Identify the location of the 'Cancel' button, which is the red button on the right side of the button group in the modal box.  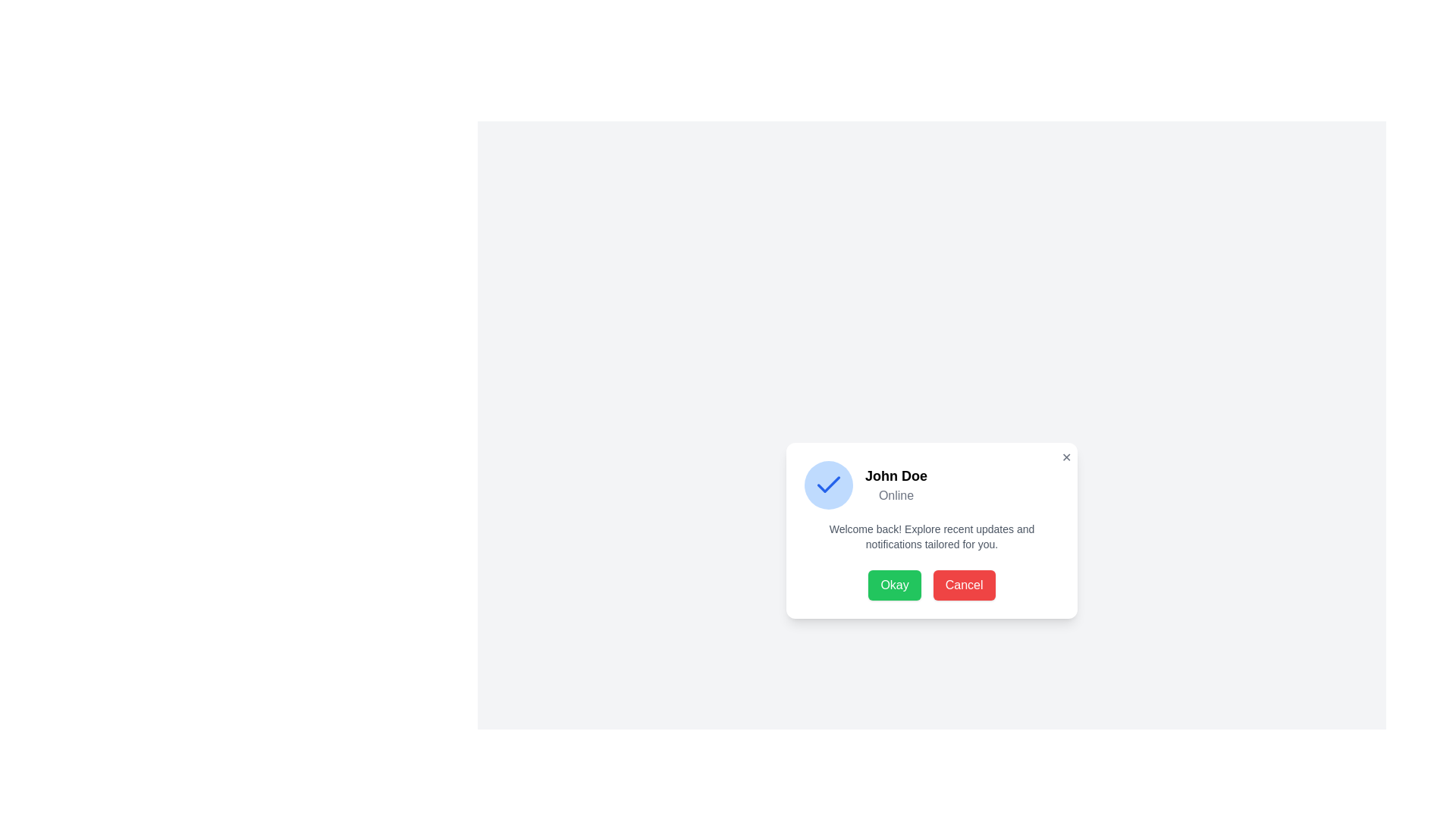
(930, 584).